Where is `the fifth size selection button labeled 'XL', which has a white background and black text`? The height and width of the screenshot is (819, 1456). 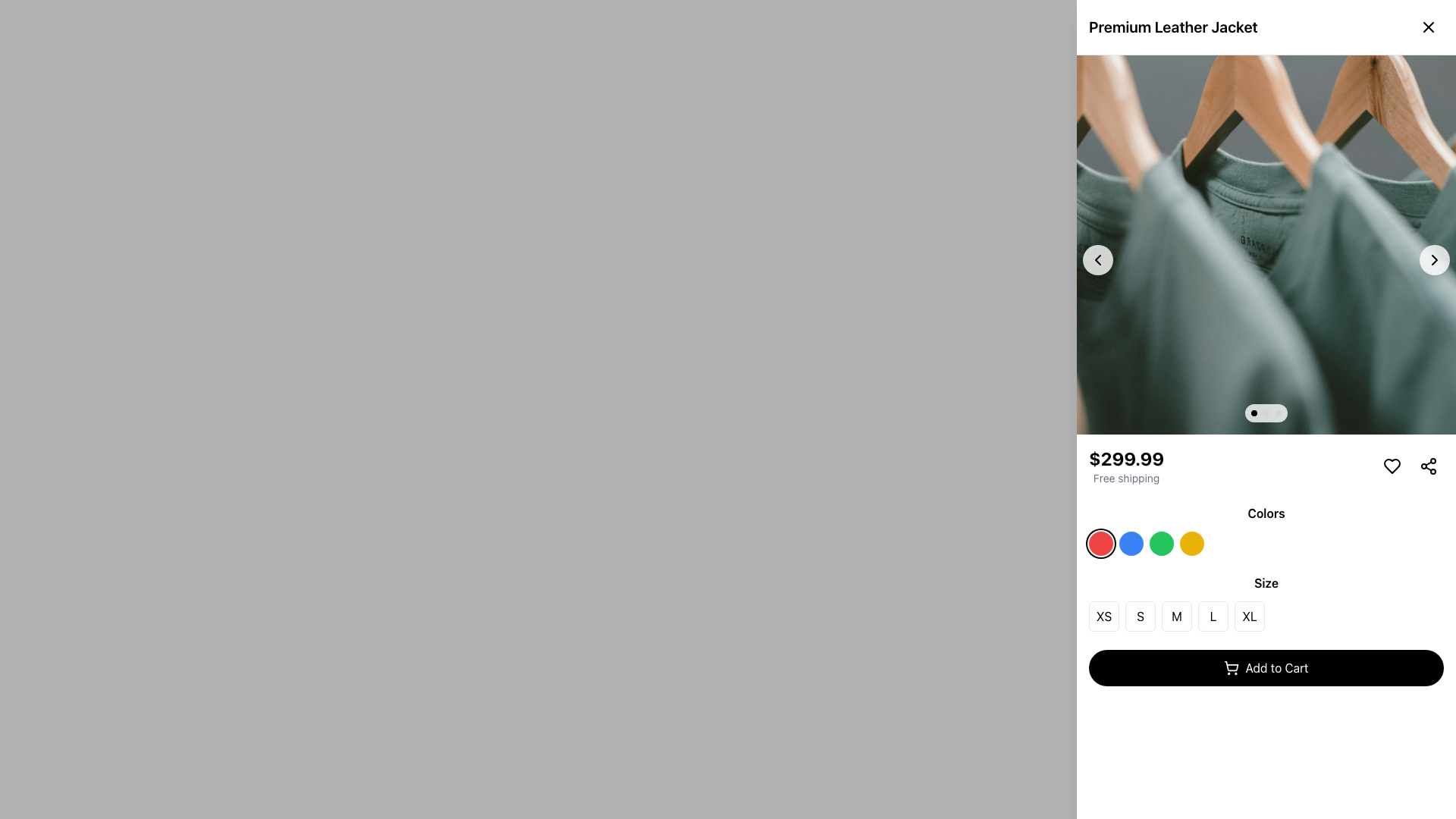
the fifth size selection button labeled 'XL', which has a white background and black text is located at coordinates (1249, 617).